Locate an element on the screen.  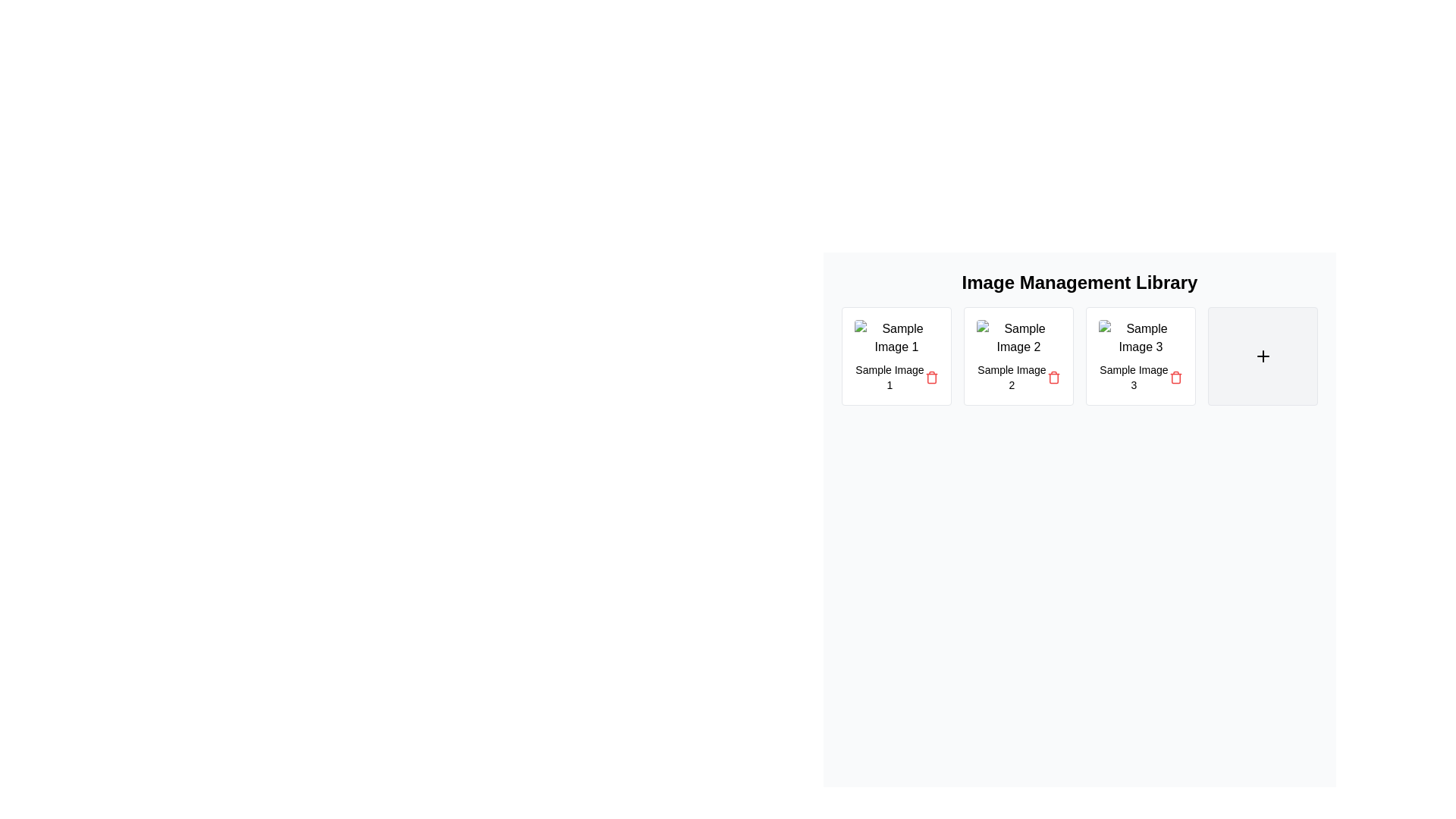
the delete button located at the bottom-right of the card labeled 'Sample Image 1', which triggers the deletion of the associated content when interacted with is located at coordinates (930, 376).